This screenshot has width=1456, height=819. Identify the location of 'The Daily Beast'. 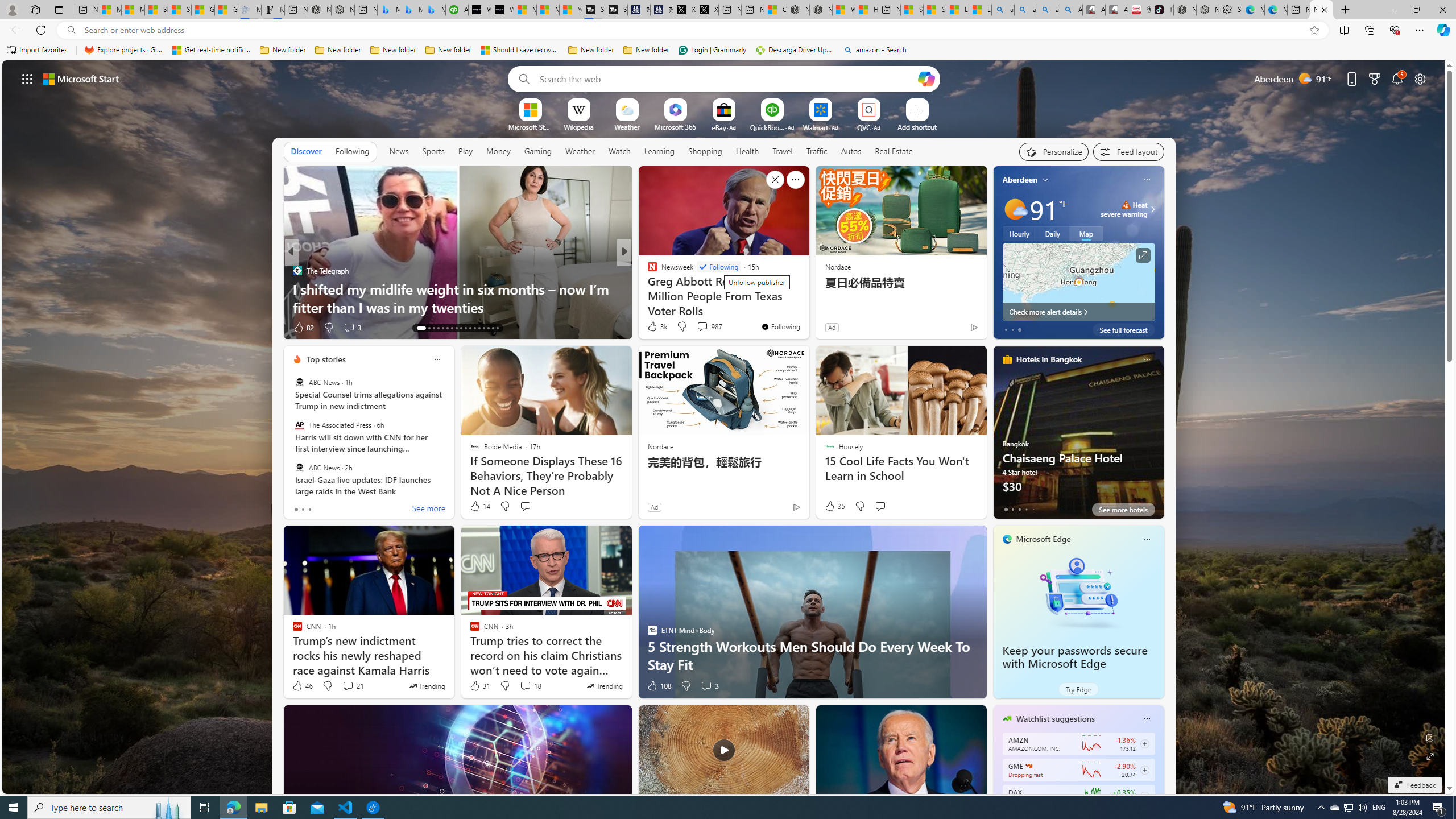
(647, 270).